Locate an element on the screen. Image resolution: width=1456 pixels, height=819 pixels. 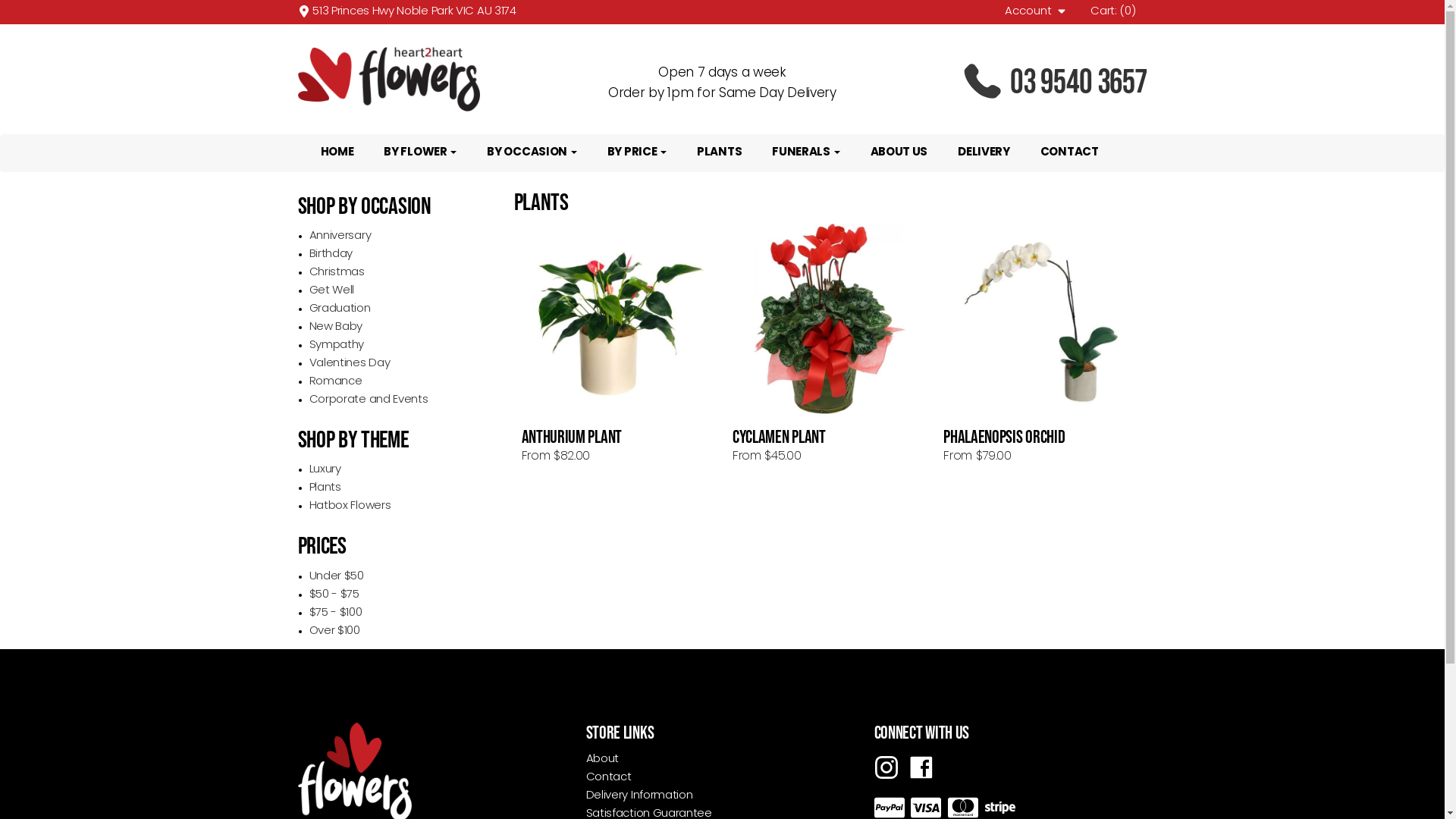
'Graduation' is located at coordinates (339, 308).